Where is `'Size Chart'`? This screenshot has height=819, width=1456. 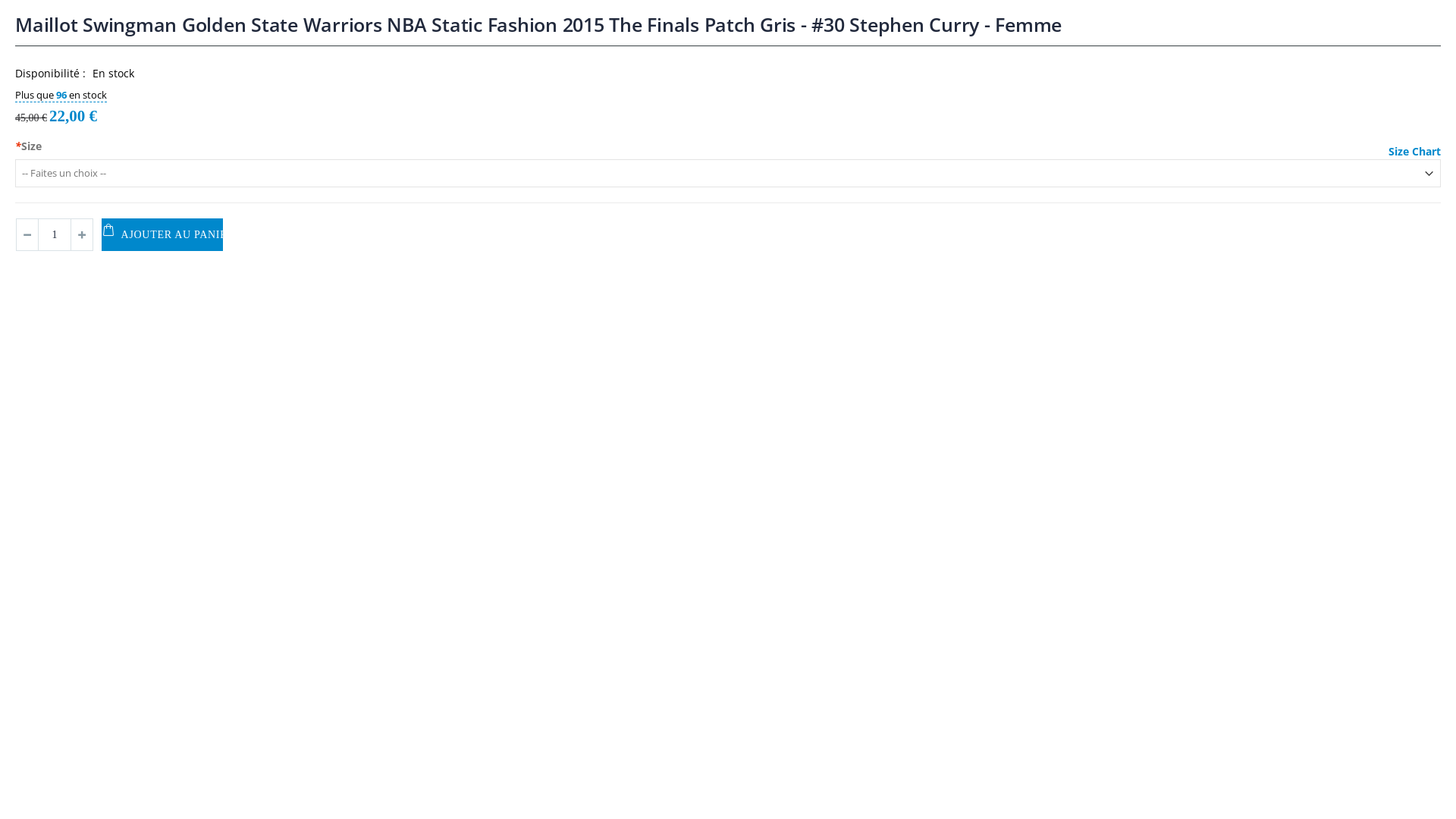
'Size Chart' is located at coordinates (1414, 151).